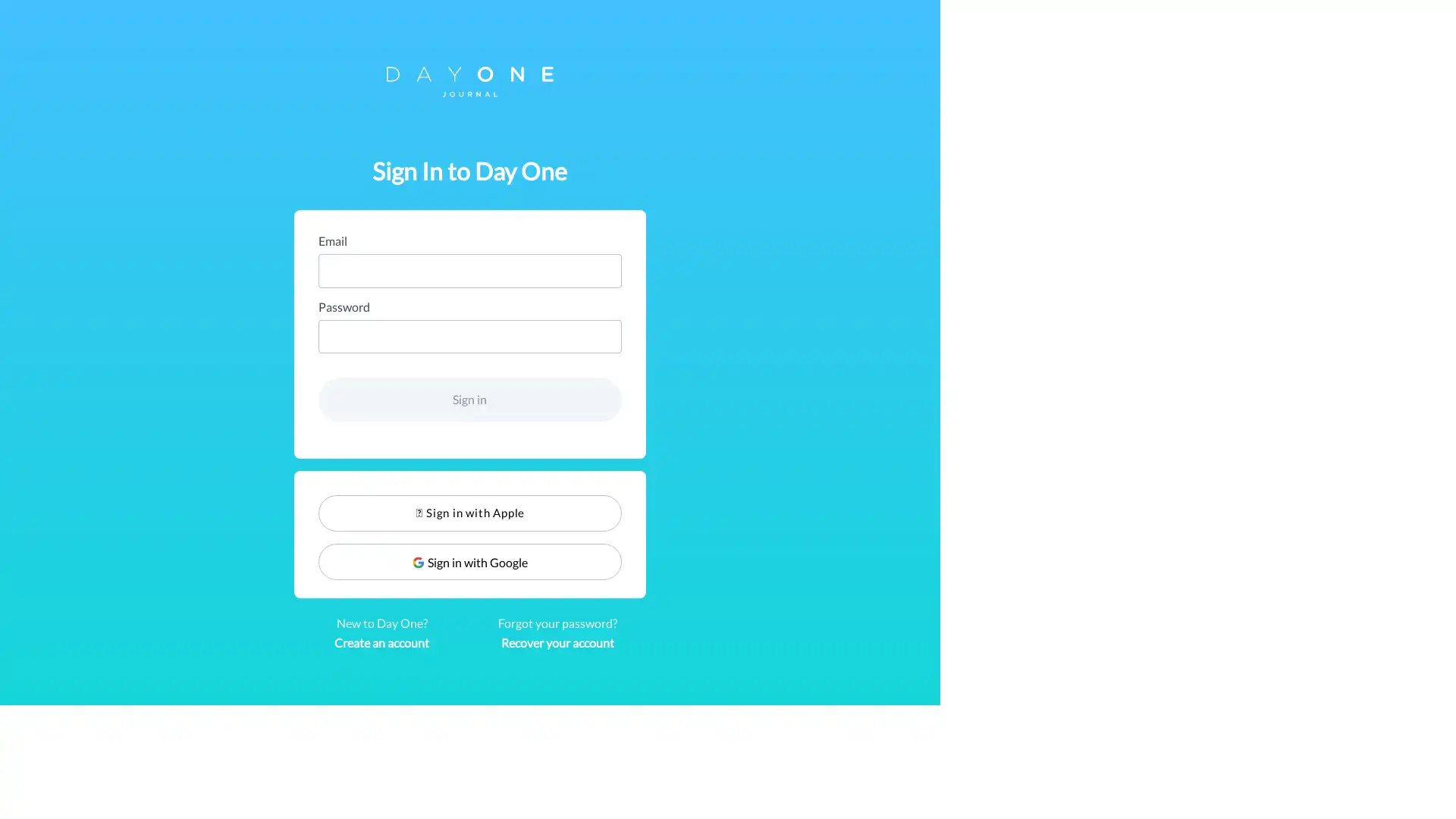 The height and width of the screenshot is (819, 1456). Describe the element at coordinates (728, 399) in the screenshot. I see `Sign in` at that location.